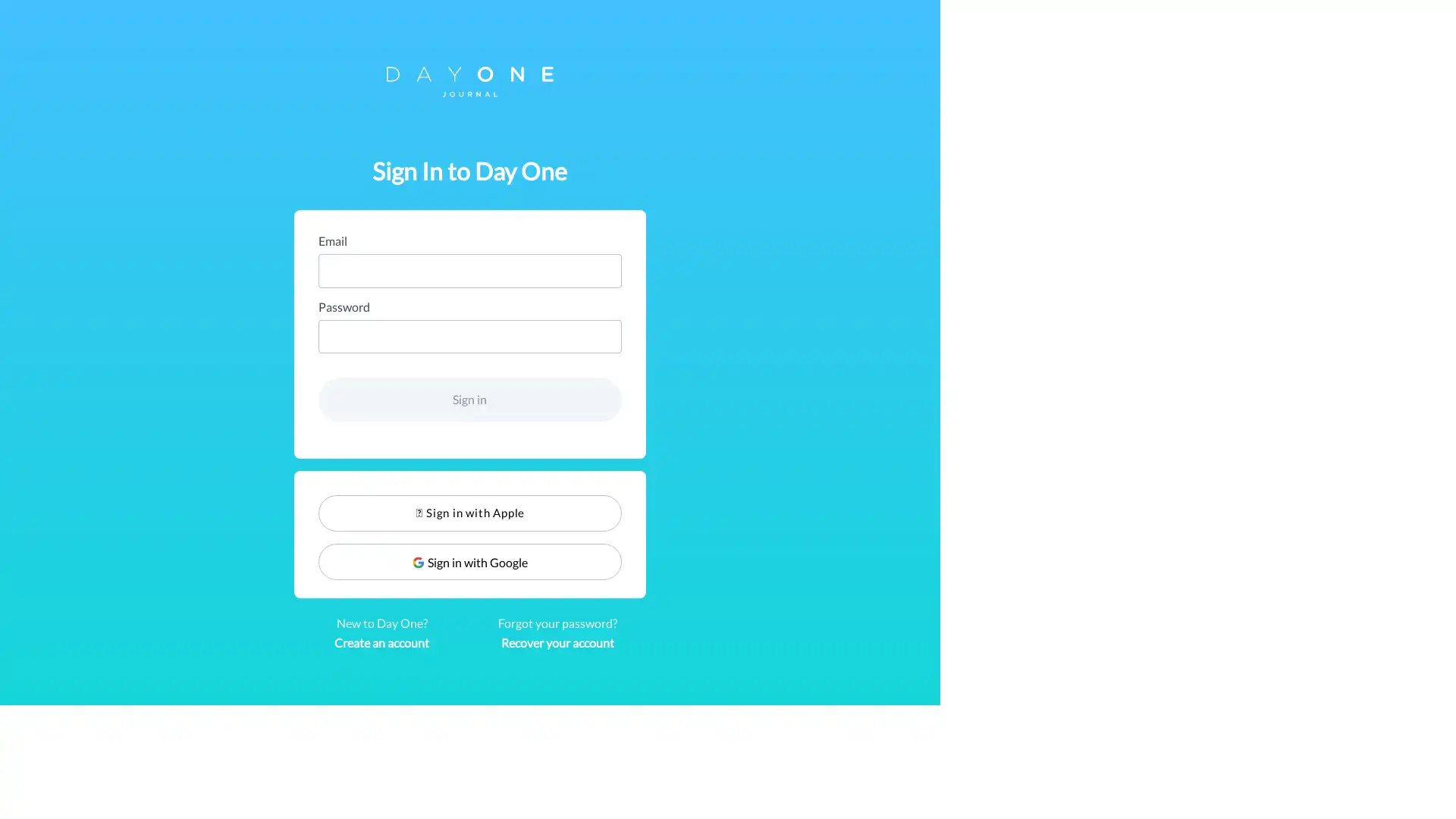 The height and width of the screenshot is (819, 1456). Describe the element at coordinates (728, 399) in the screenshot. I see `Sign in` at that location.